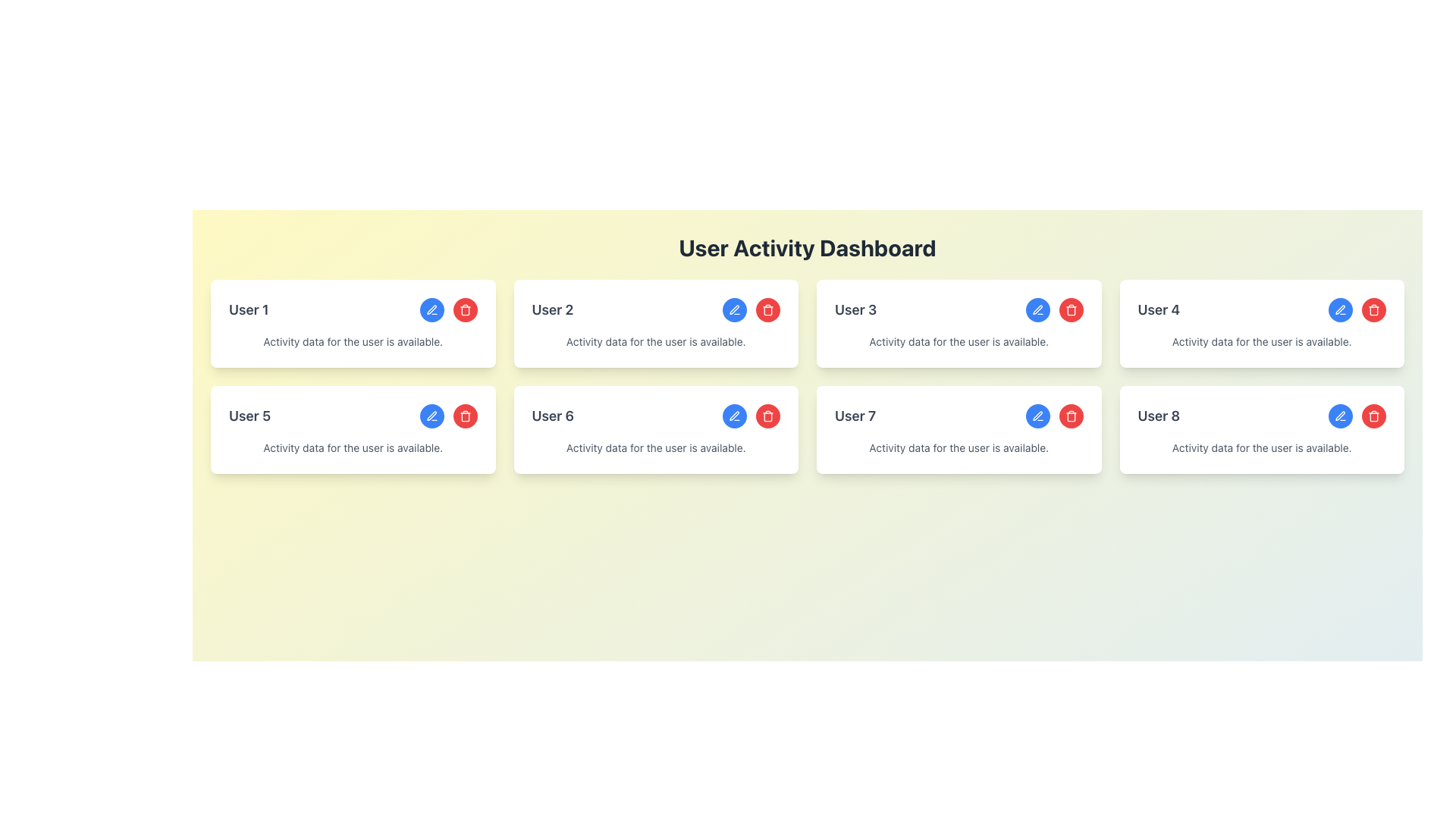 This screenshot has width=1456, height=819. What do you see at coordinates (855, 416) in the screenshot?
I see `the 'User 7' text label, which is styled in bold gray font and located in the first column of the second row in the user dashboard grid` at bounding box center [855, 416].